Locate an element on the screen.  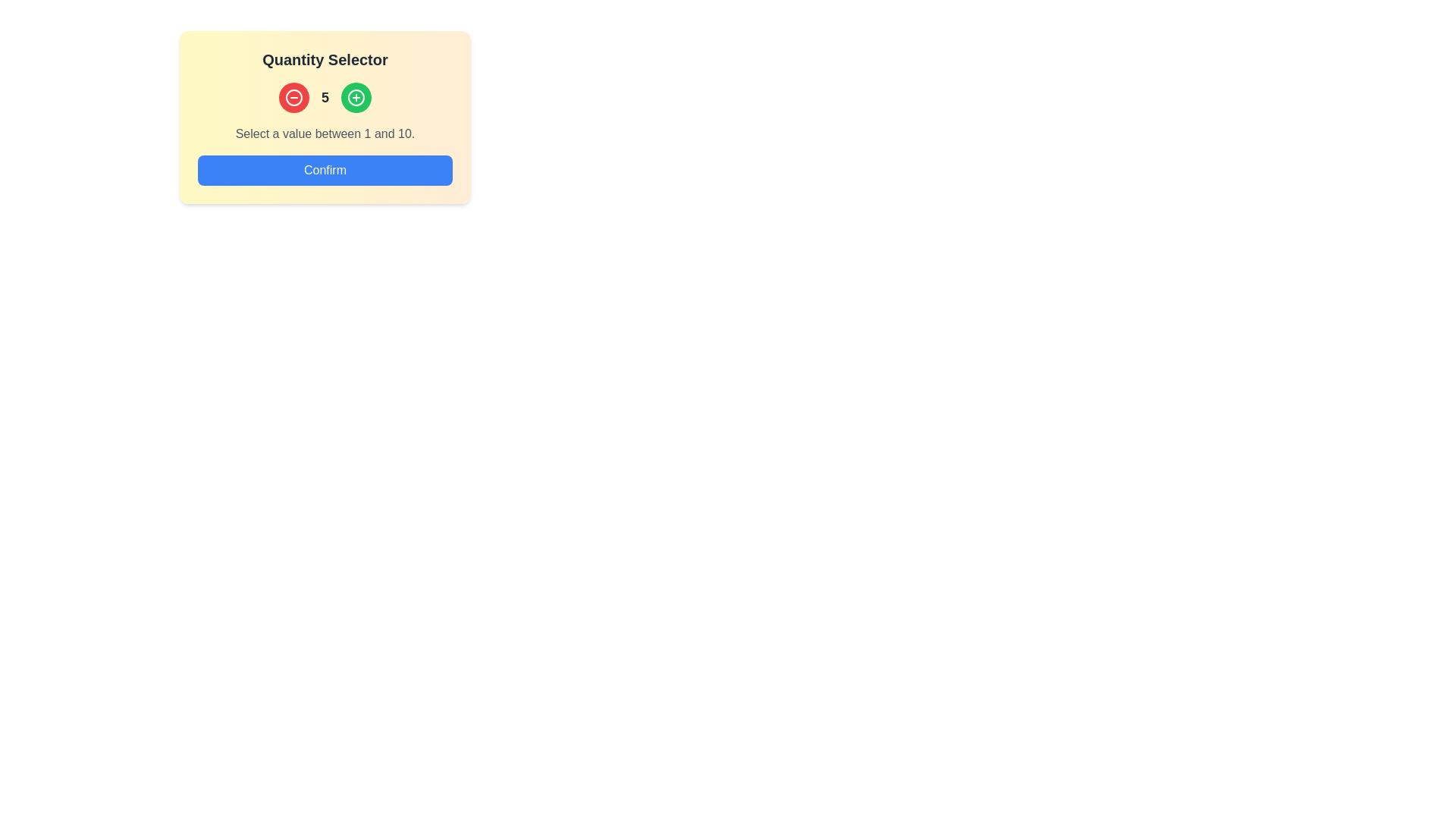
the increment button located on the right side of the quantity selector interface, which is aligned with a bold number '5' and a red circular minus button to its left, to change its appearance is located at coordinates (356, 97).